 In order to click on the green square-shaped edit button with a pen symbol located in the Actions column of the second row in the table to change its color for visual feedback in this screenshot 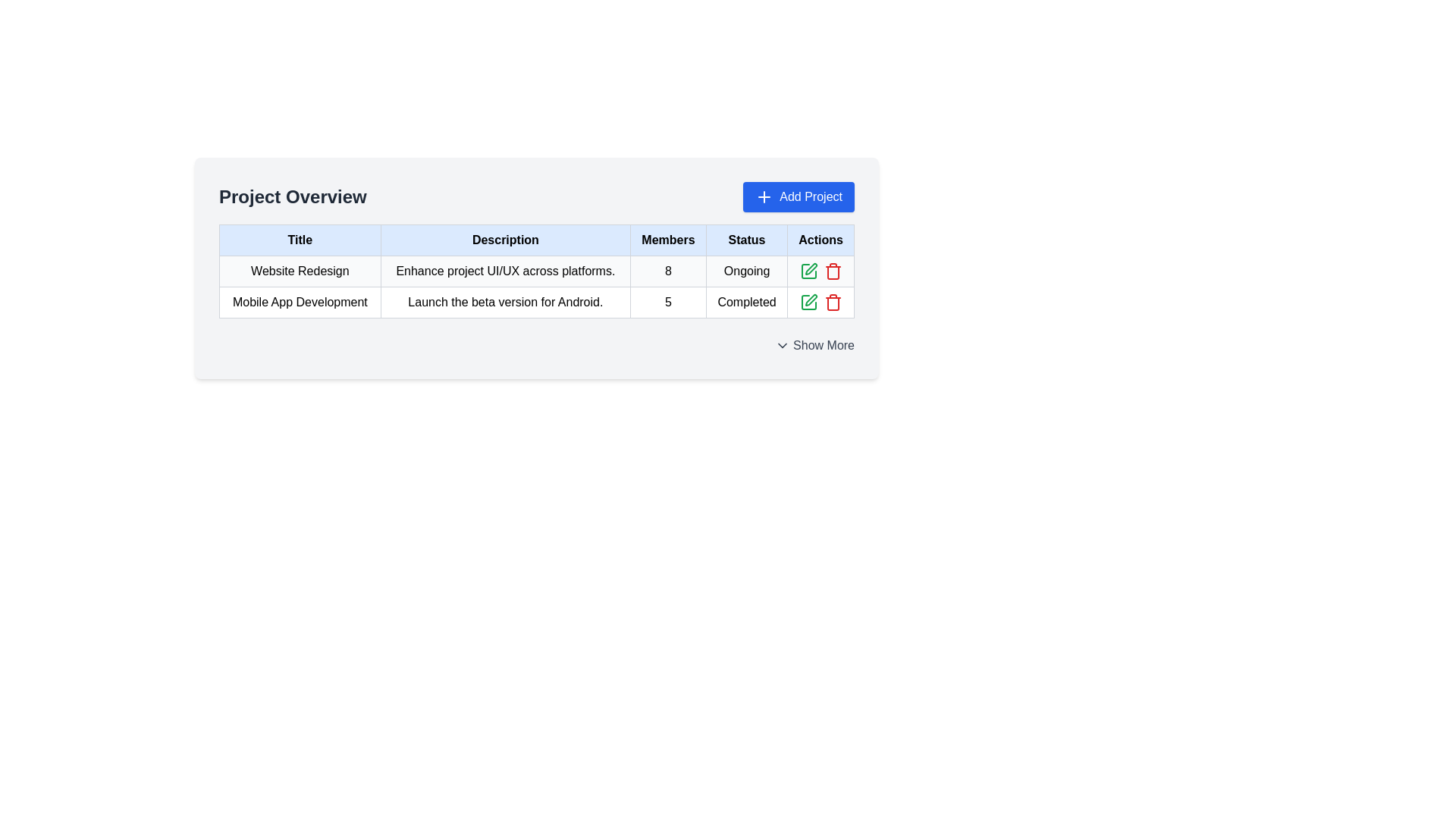, I will do `click(808, 271)`.